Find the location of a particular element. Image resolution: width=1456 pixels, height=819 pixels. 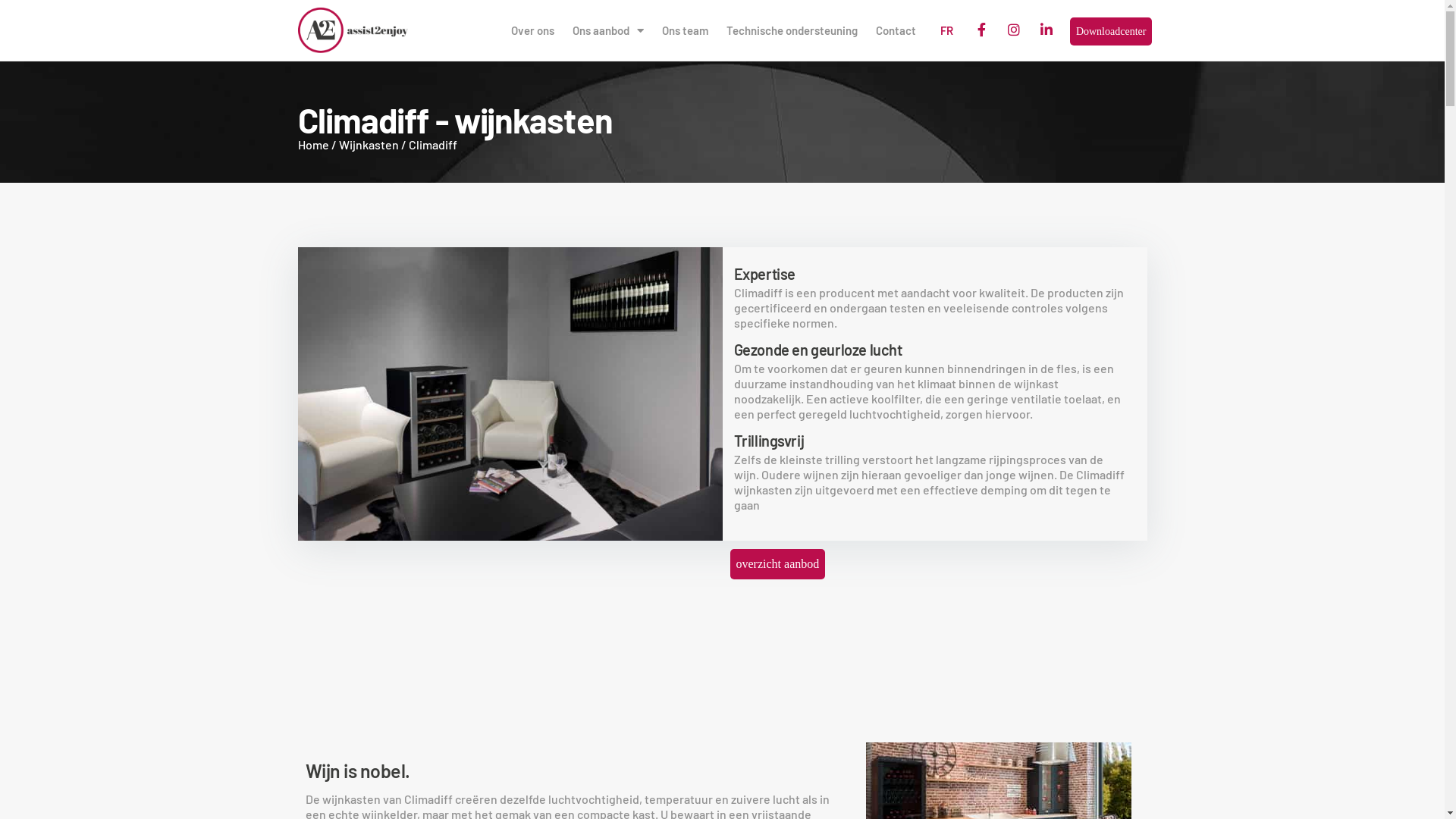

'overzicht aanbod' is located at coordinates (777, 564).